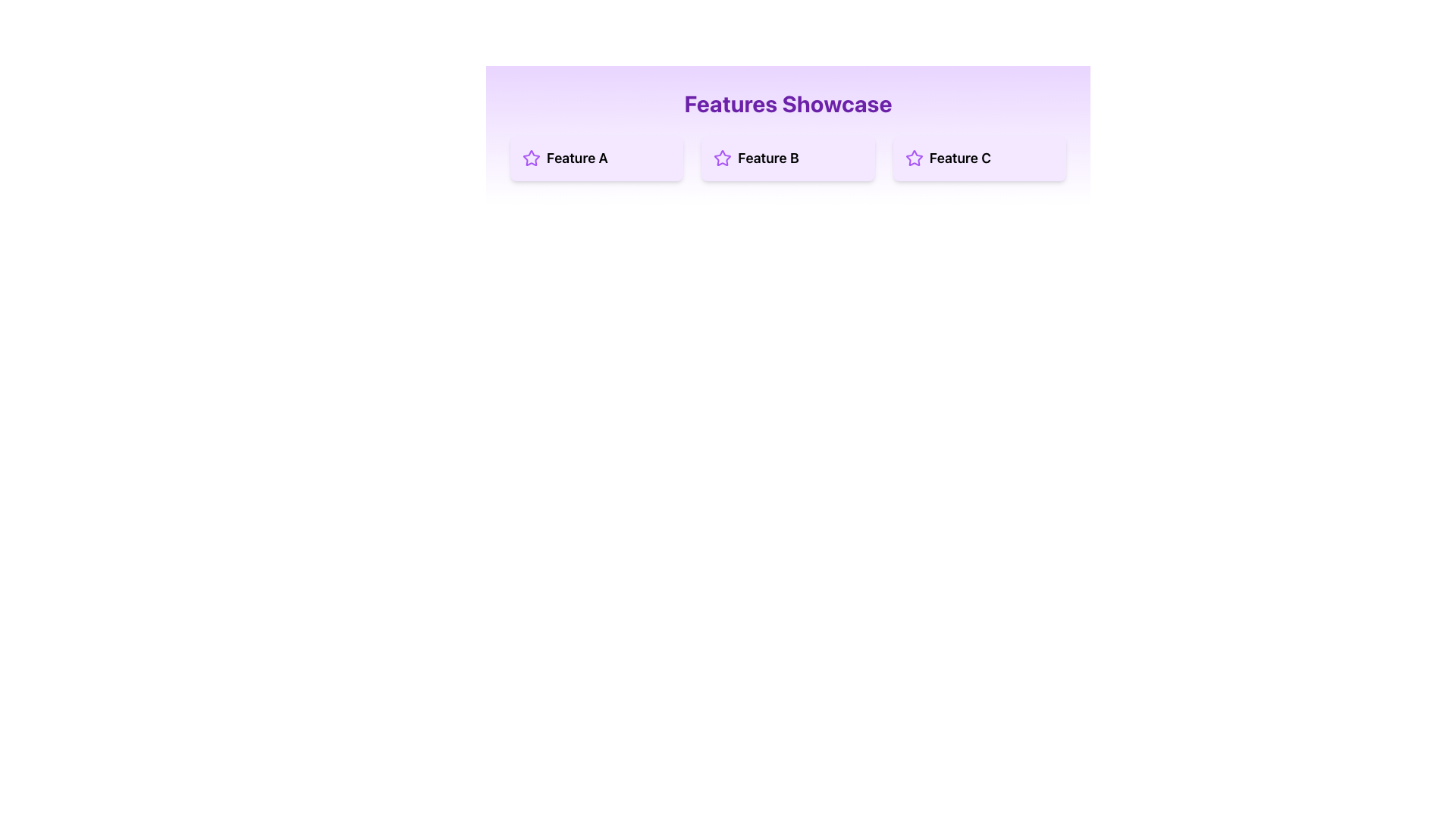  I want to click on the purple star-shaped outline icon located to the left of the text 'Feature A' in the Features Showcase group, so click(531, 158).